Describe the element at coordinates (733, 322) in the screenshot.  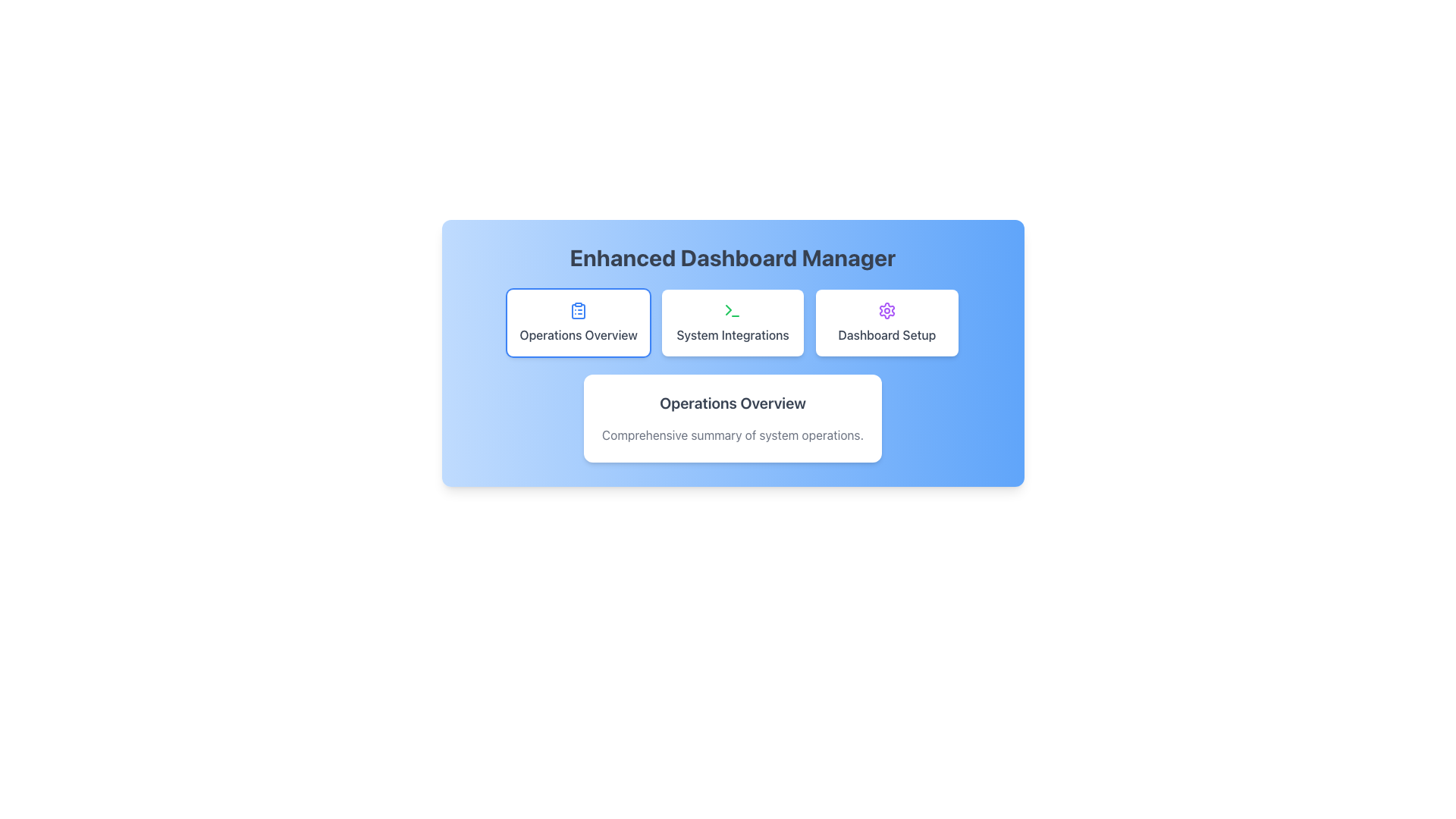
I see `the 'System Integrations' button in the Enhanced Dashboard Manager` at that location.